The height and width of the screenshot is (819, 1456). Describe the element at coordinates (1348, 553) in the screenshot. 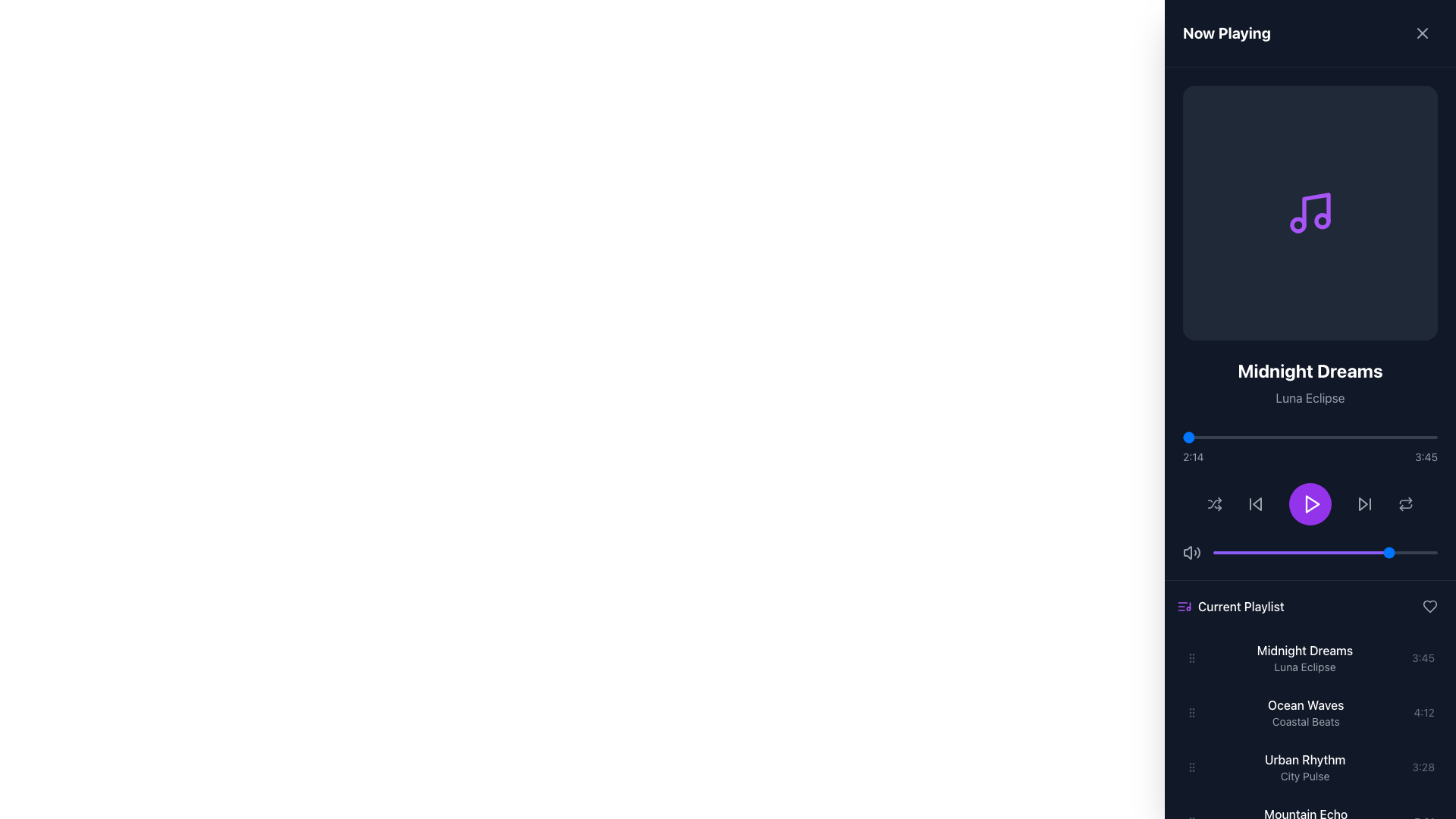

I see `the slider value` at that location.